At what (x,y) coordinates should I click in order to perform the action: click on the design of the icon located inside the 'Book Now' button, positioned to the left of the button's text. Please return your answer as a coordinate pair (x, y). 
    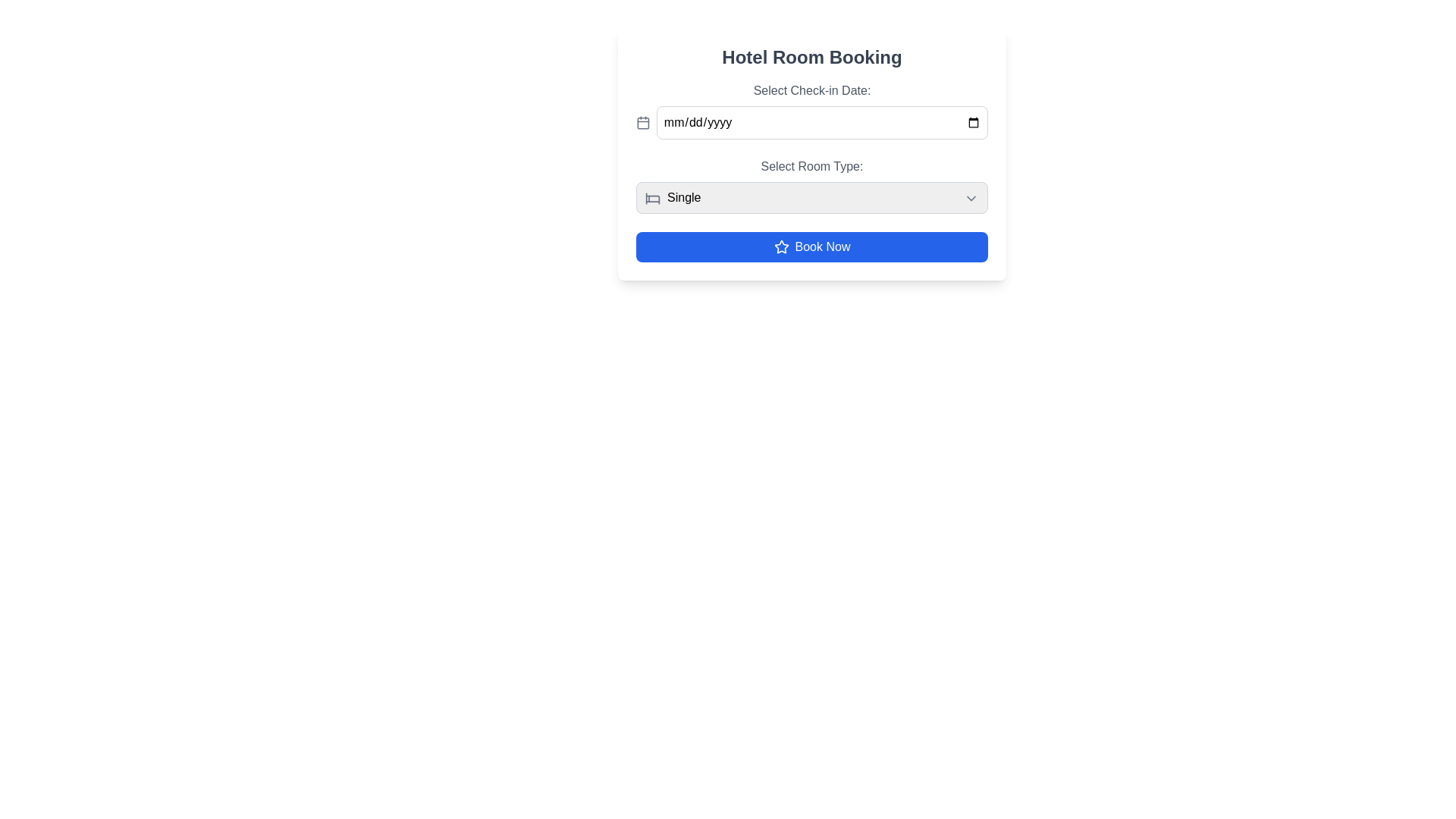
    Looking at the image, I should click on (781, 246).